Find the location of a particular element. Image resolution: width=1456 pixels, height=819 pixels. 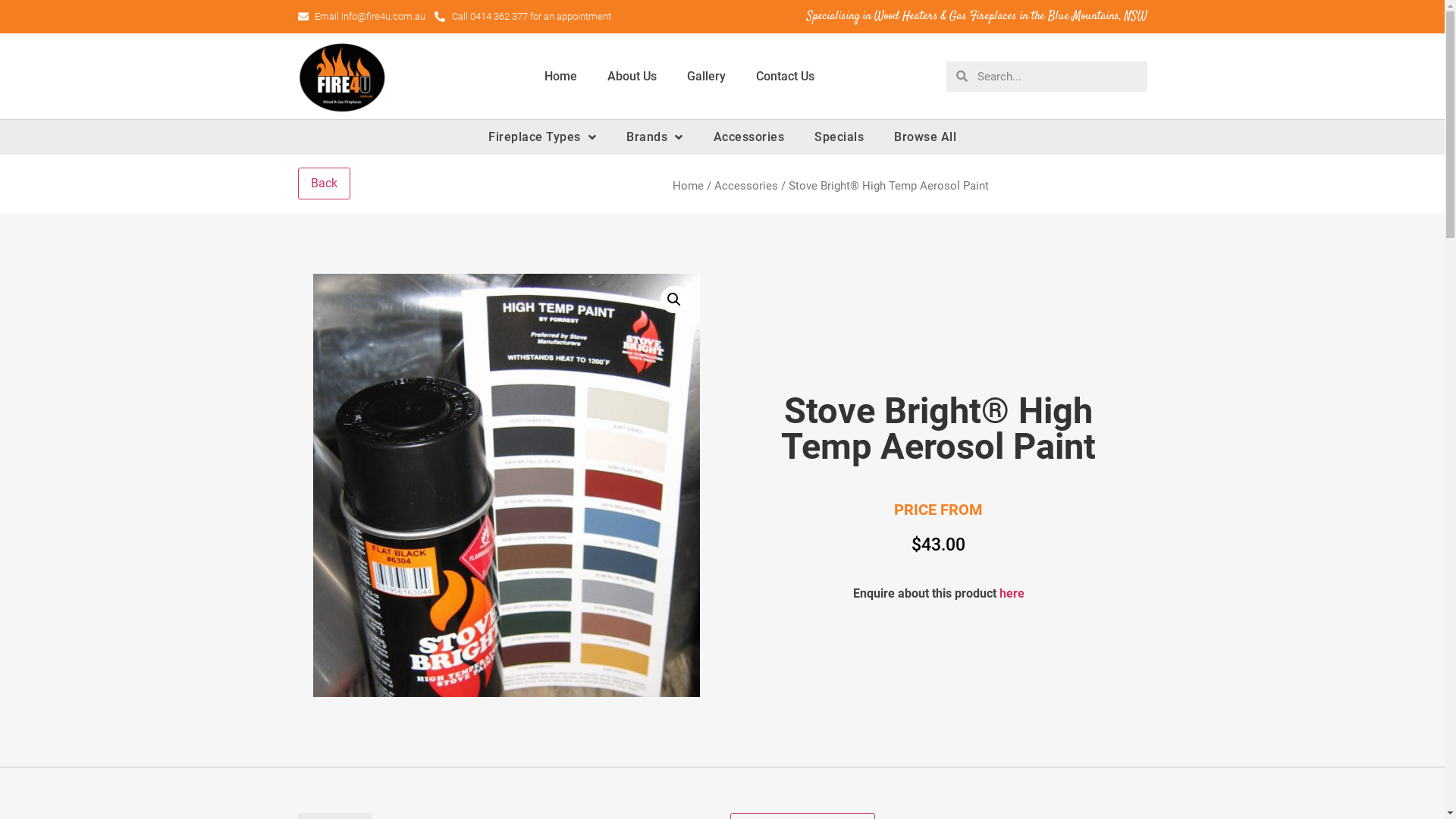

'Back' is located at coordinates (322, 183).